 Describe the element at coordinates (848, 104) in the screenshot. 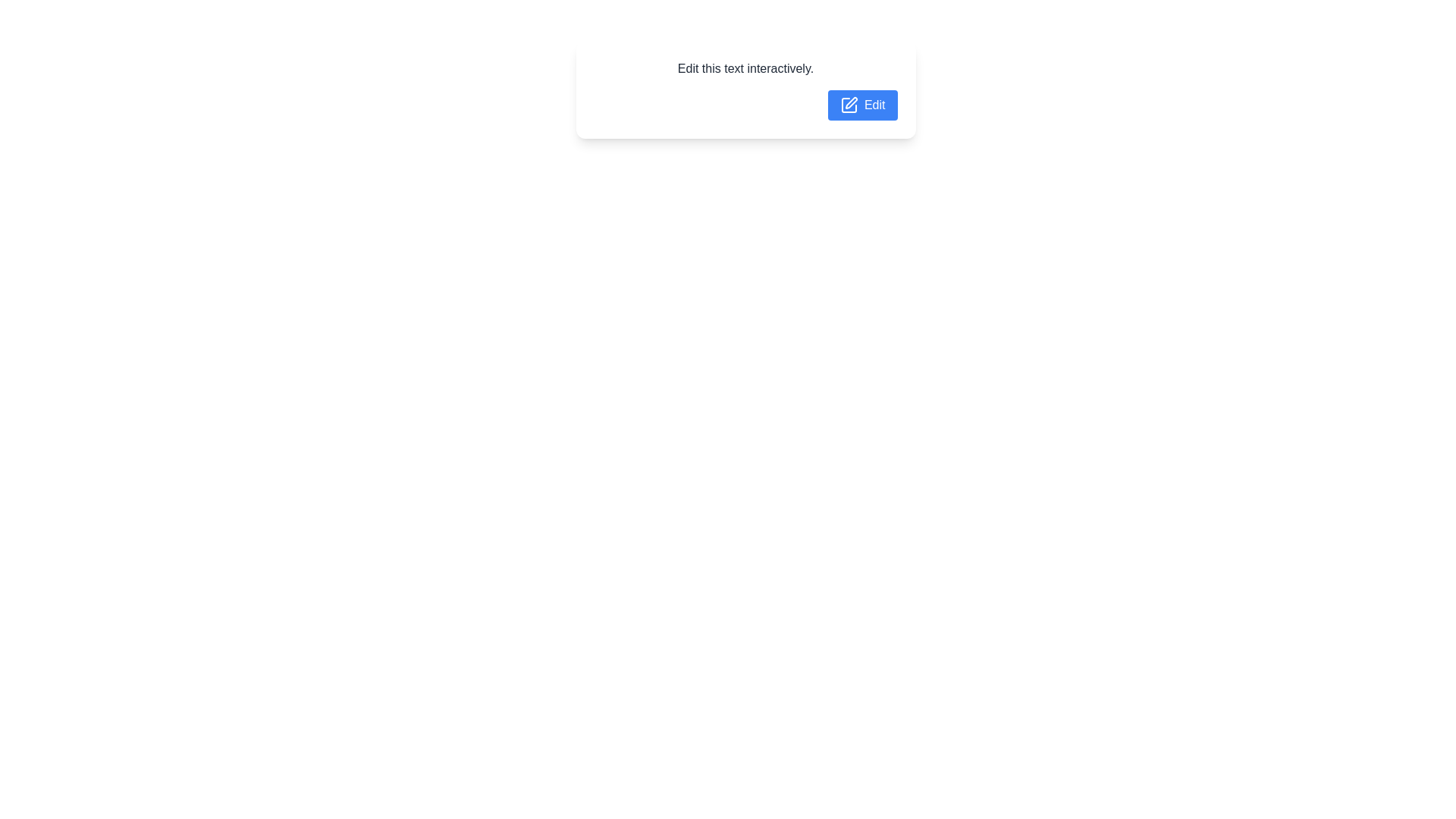

I see `the edit action icon located inside the blue button at the bottom-right corner of the card-like interface` at that location.